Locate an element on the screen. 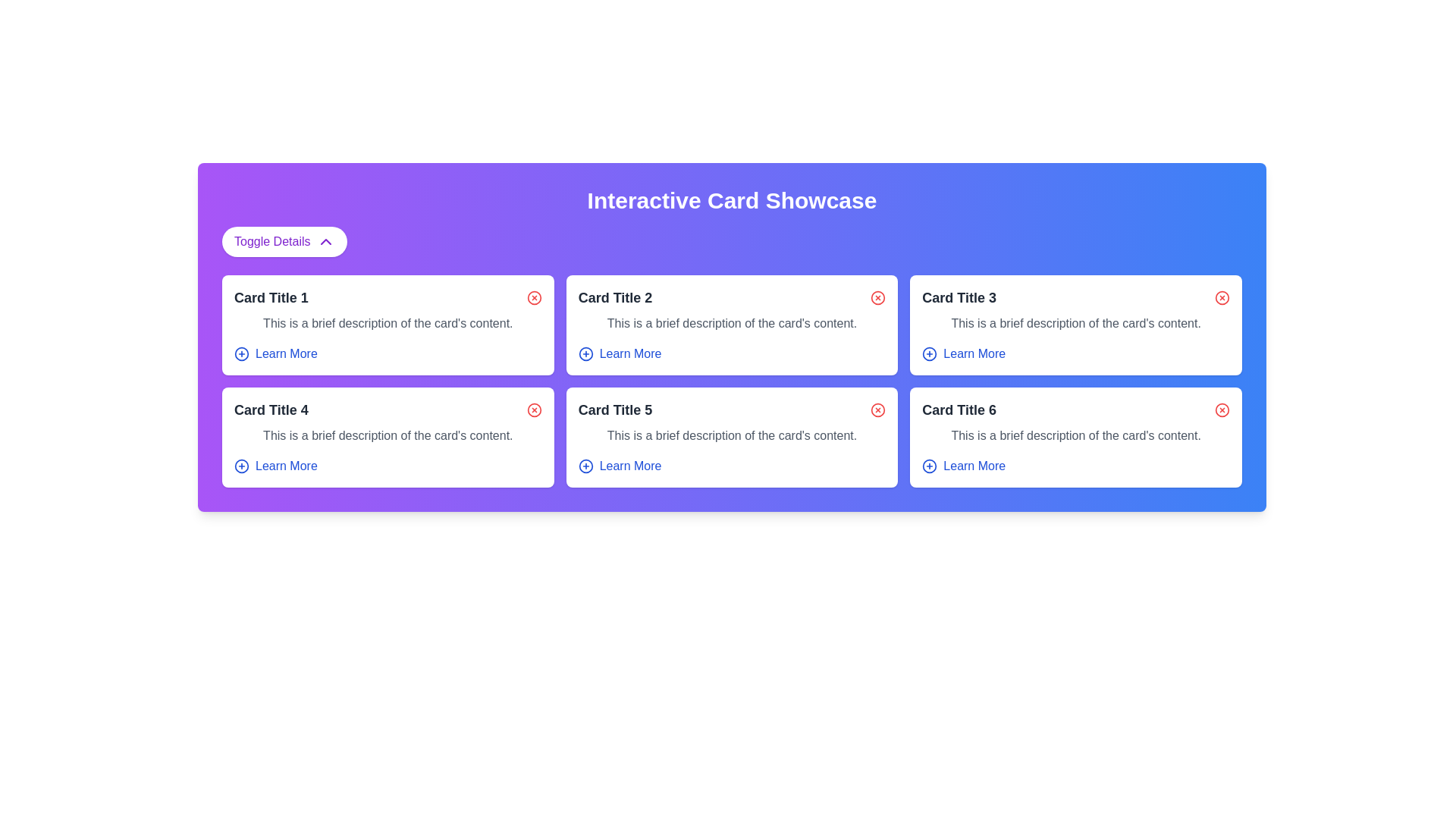 The image size is (1456, 819). the supplementary descriptive text located beneath 'Card Title 3' and above the 'Learn More' link in the card labeled 'Card Title 3' is located at coordinates (1075, 323).